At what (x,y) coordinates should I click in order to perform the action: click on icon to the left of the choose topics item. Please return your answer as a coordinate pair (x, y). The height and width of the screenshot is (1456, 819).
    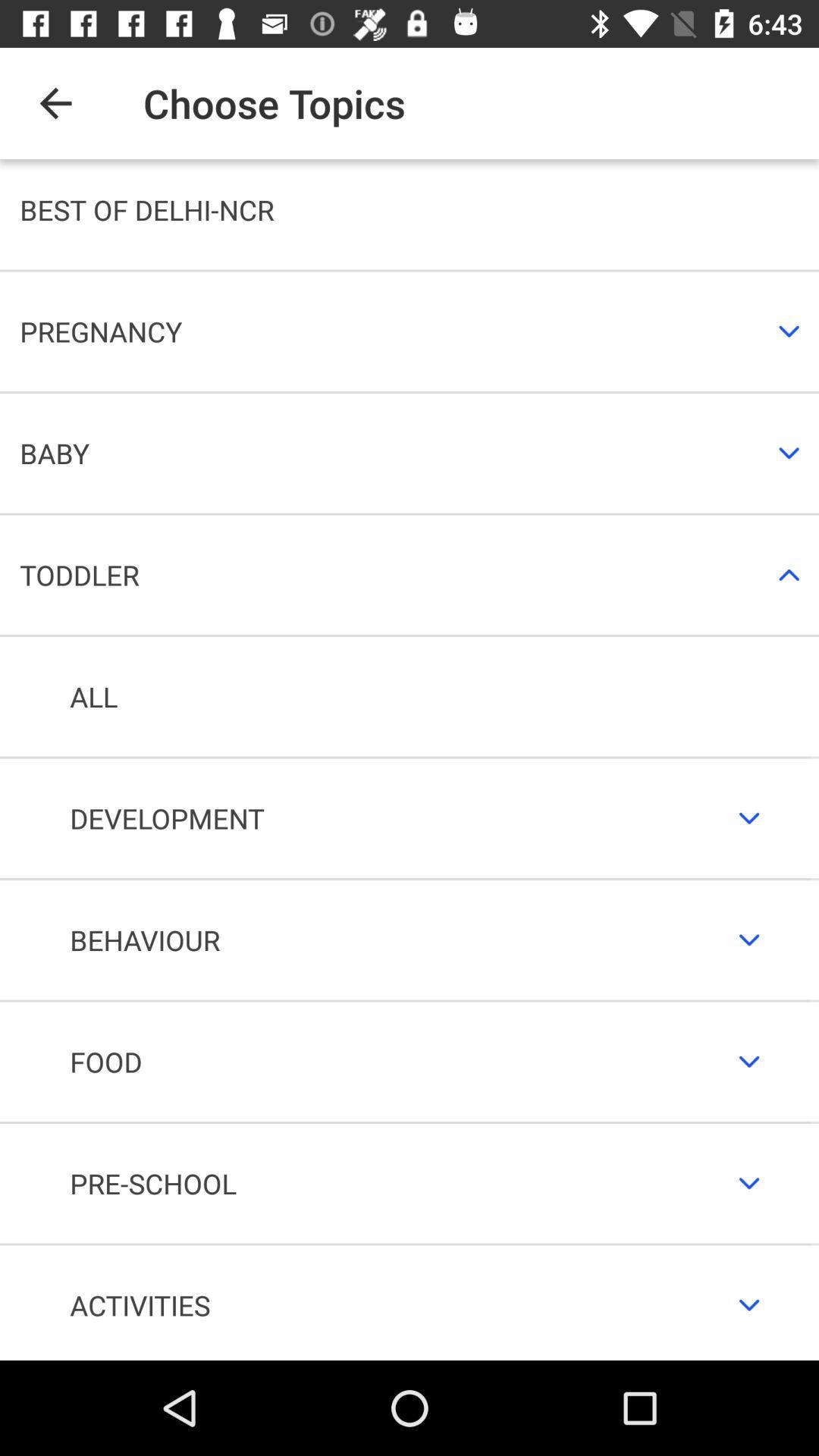
    Looking at the image, I should click on (55, 102).